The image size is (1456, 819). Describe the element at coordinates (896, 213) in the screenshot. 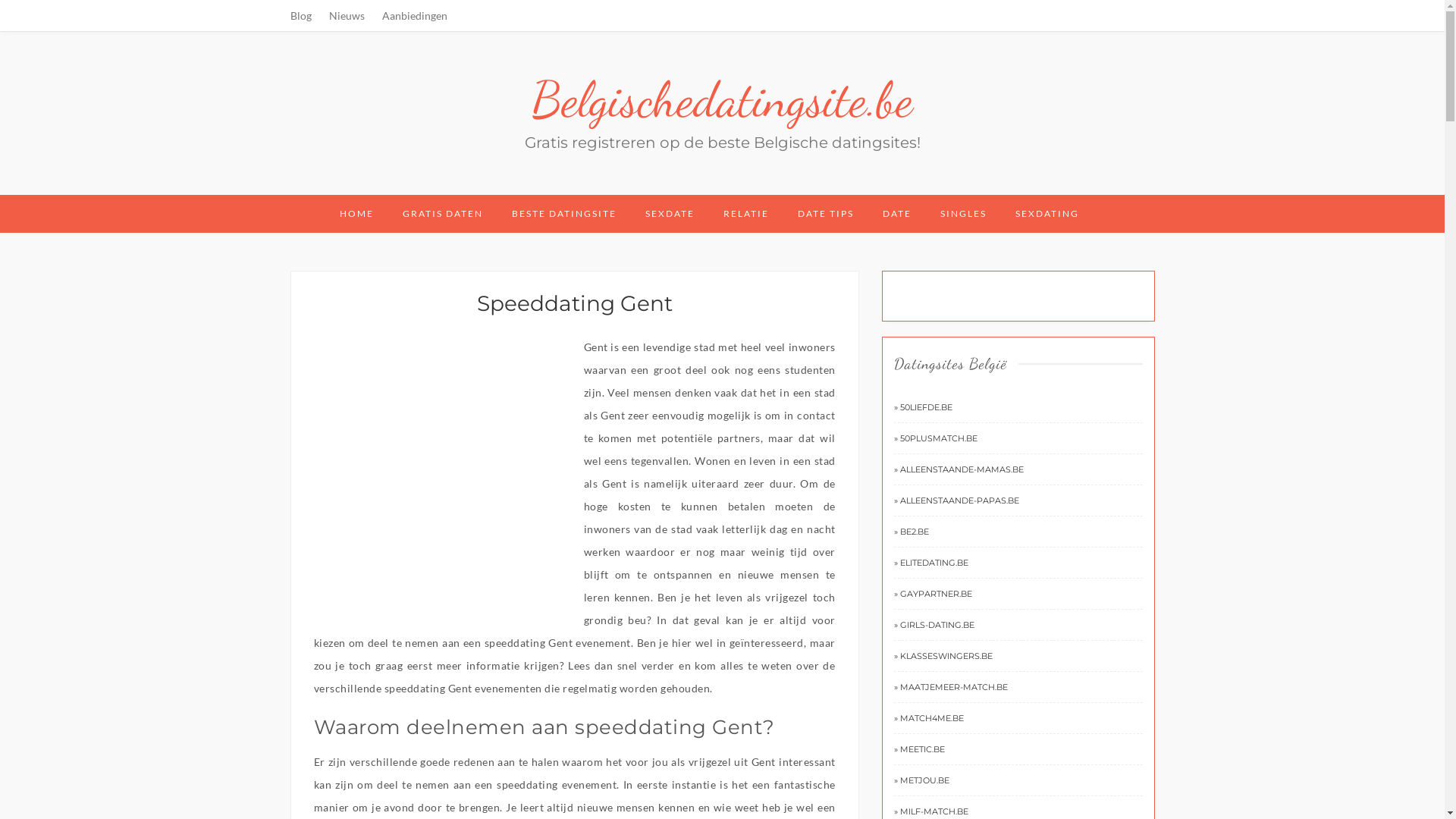

I see `'DATE'` at that location.